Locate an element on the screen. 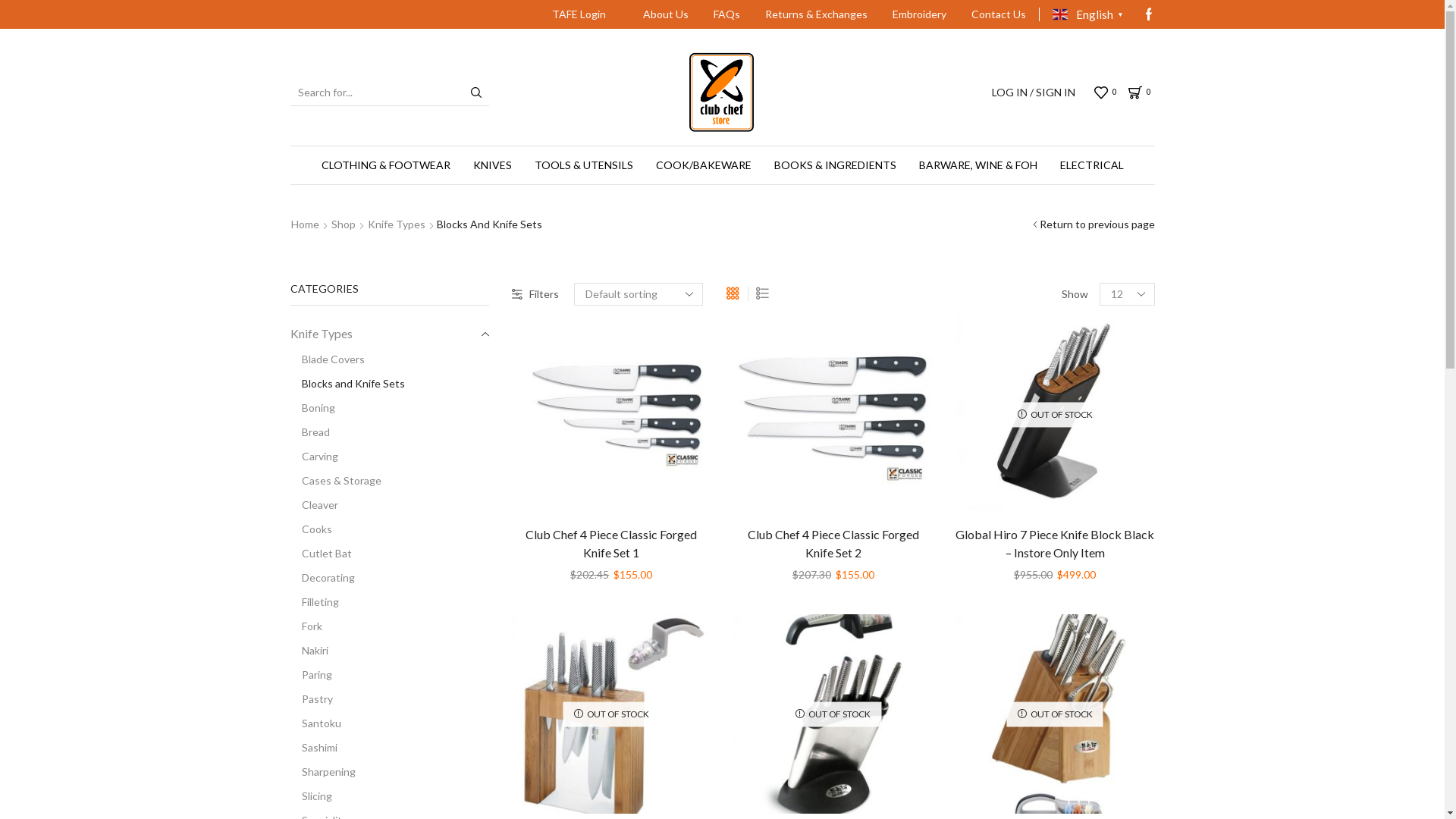 The width and height of the screenshot is (1456, 819). 'Filleting' is located at coordinates (312, 601).